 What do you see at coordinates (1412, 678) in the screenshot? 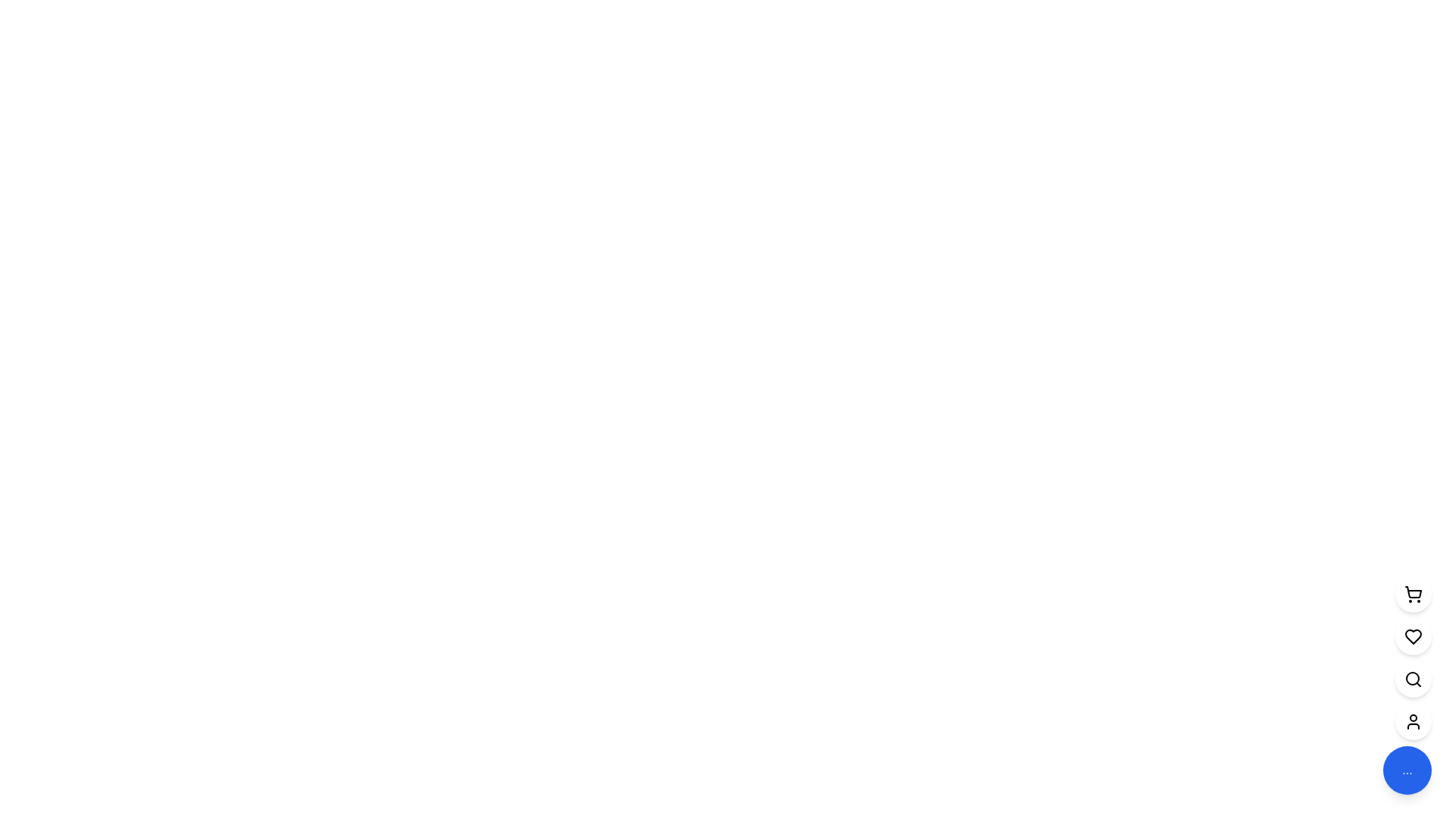
I see `the search icon, represented by a magnifying glass, located in the vertical toolbar near the right edge of the interface, which is the third icon in the sequence` at bounding box center [1412, 678].